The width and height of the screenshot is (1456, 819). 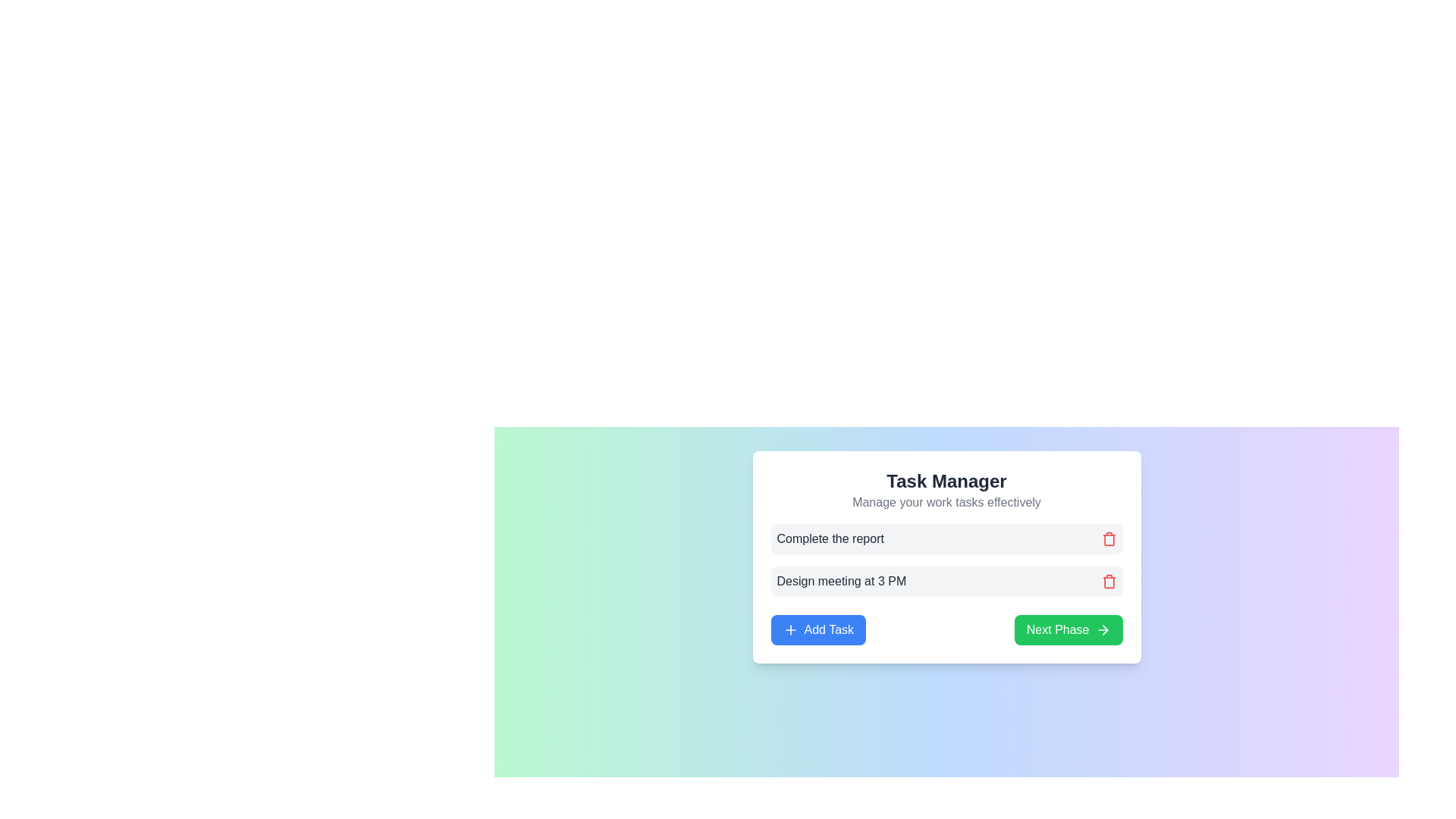 What do you see at coordinates (1109, 539) in the screenshot?
I see `the trash can icon used for delete actions, which is located inside the second task entry box on the right side, adjacent to the task description text` at bounding box center [1109, 539].